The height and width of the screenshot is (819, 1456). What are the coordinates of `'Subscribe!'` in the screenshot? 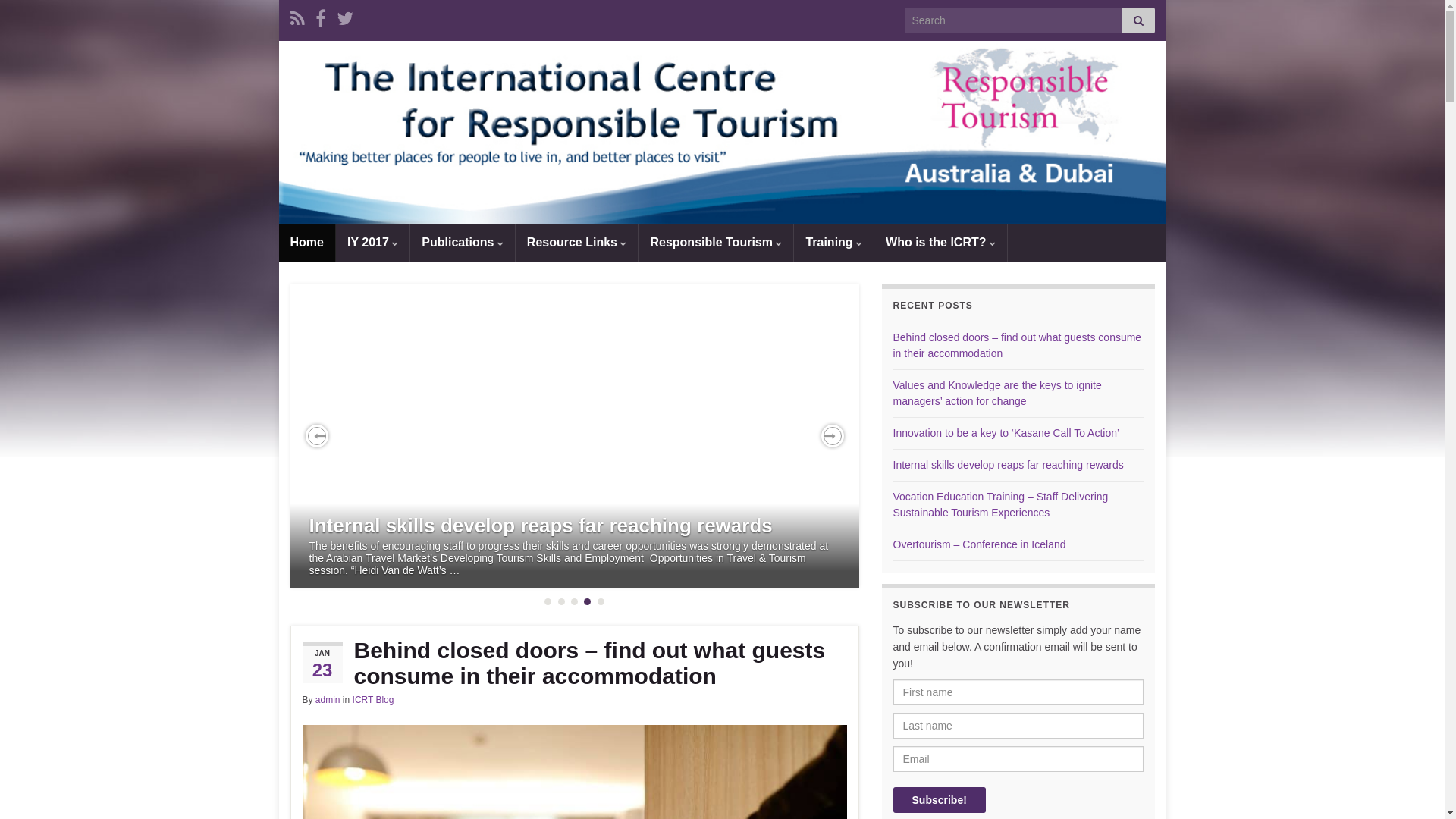 It's located at (938, 799).